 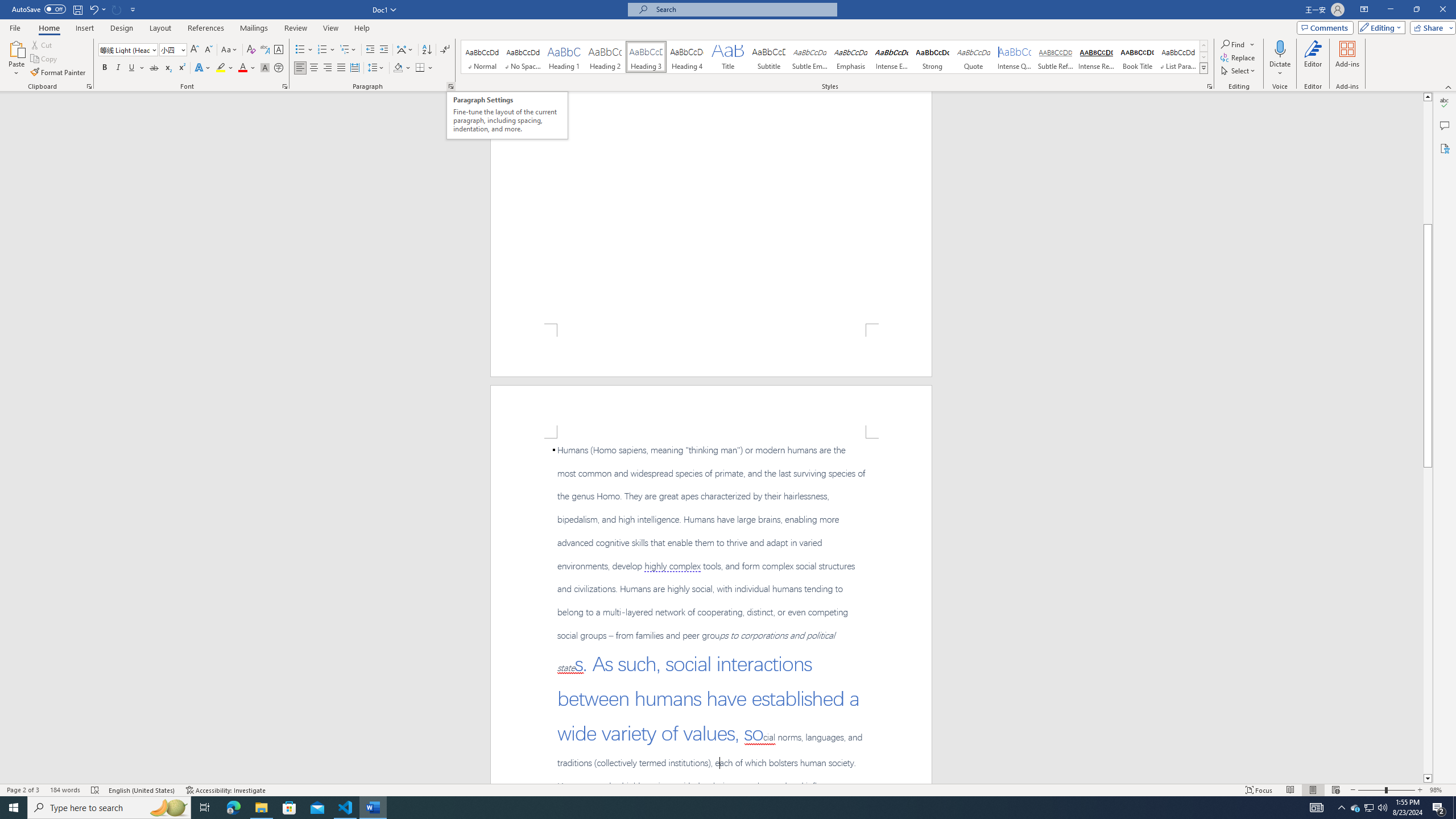 What do you see at coordinates (264, 49) in the screenshot?
I see `'Phonetic Guide...'` at bounding box center [264, 49].